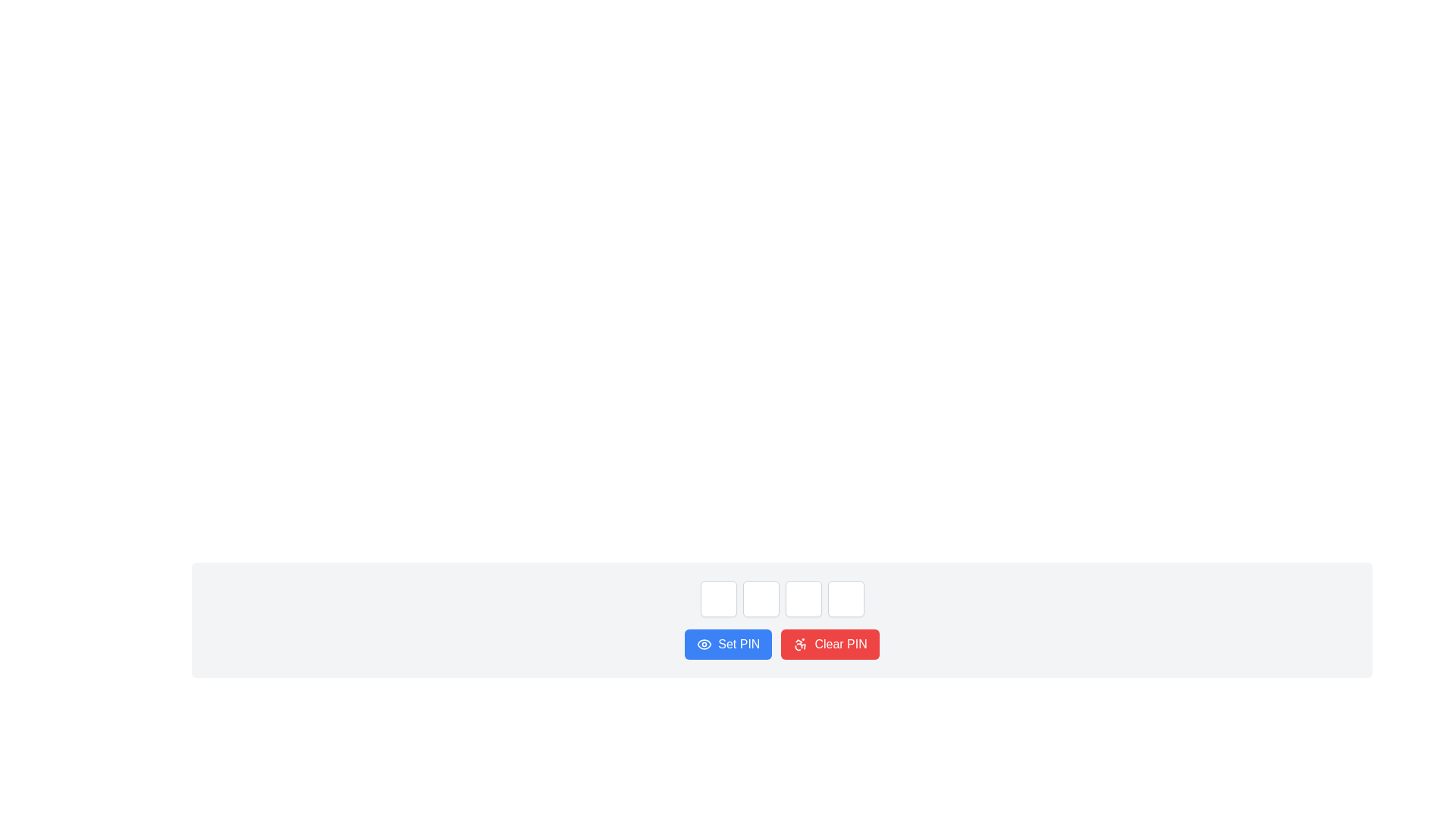 Image resolution: width=1456 pixels, height=819 pixels. I want to click on the button that sets a PIN code, located to the left of the red 'Clear PIN' button, to trigger the hover effect, so click(728, 644).